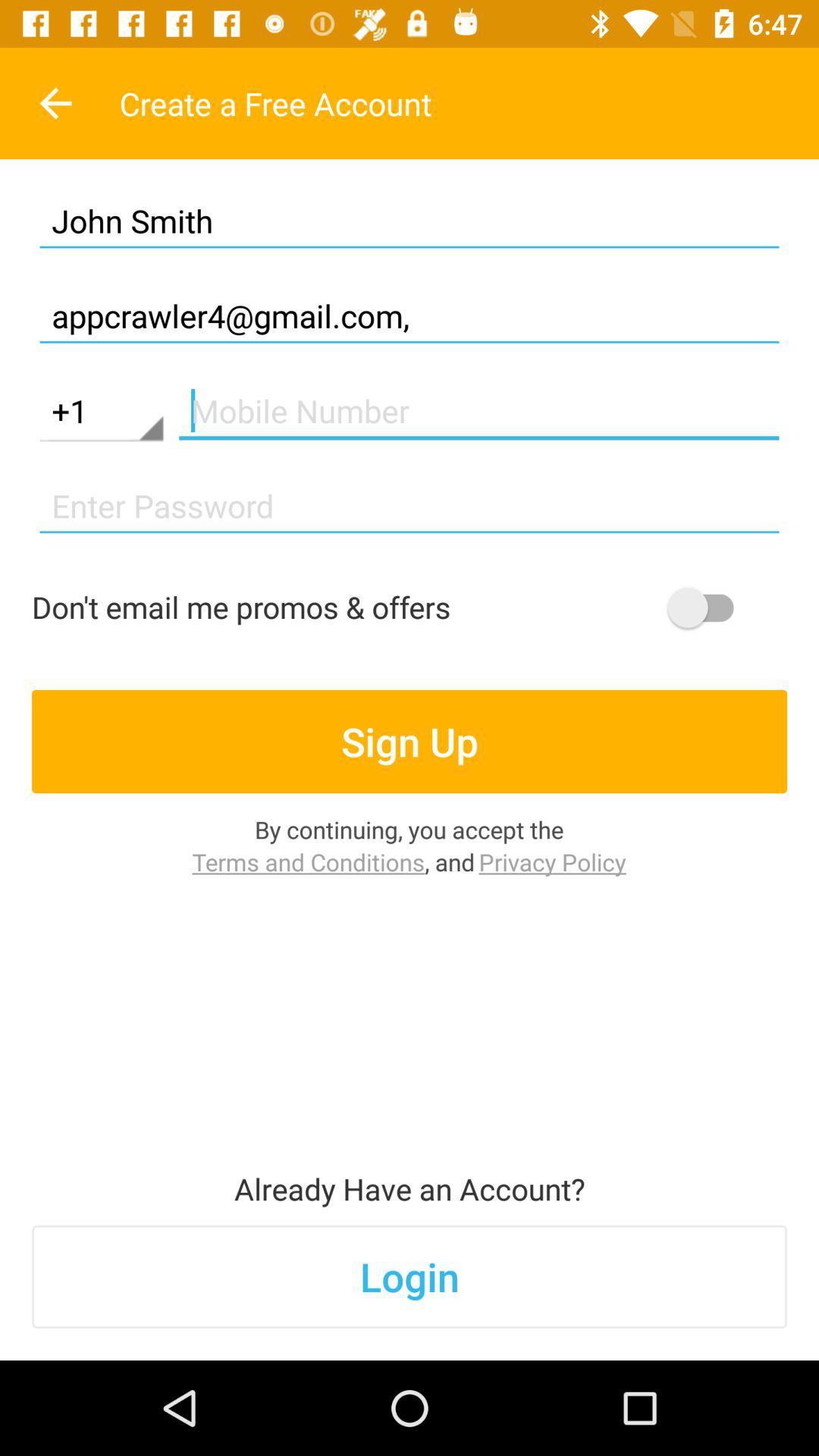 This screenshot has height=1456, width=819. What do you see at coordinates (479, 411) in the screenshot?
I see `my number` at bounding box center [479, 411].